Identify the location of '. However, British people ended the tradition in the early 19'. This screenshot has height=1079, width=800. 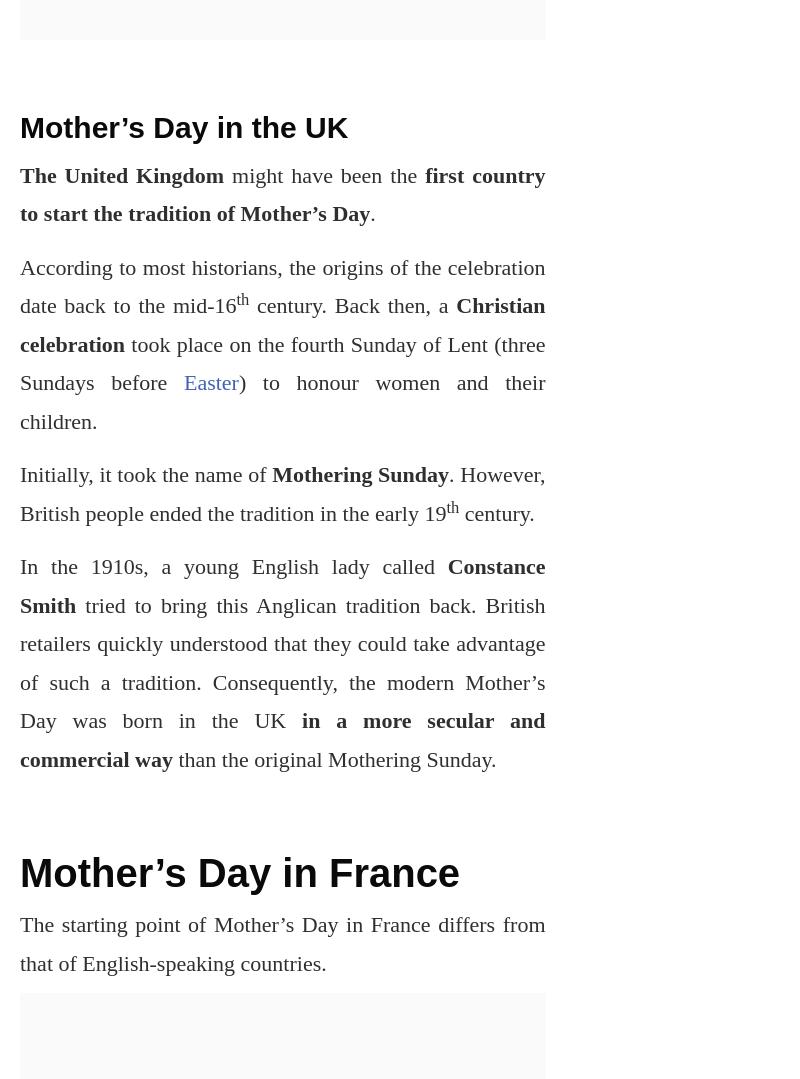
(282, 492).